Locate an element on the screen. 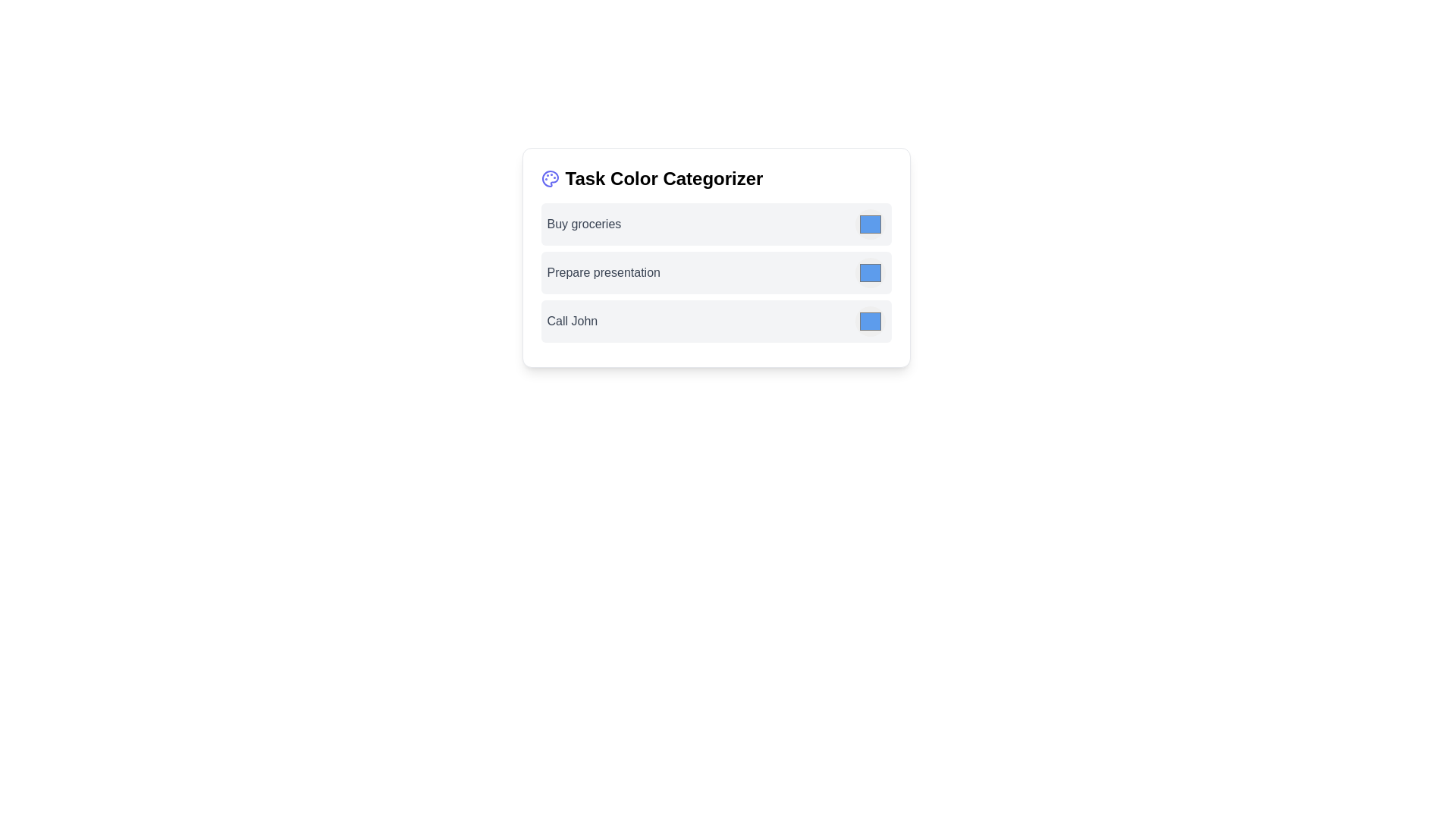 The height and width of the screenshot is (819, 1456). the Color selection button for the 'Buy groceries' task is located at coordinates (870, 224).